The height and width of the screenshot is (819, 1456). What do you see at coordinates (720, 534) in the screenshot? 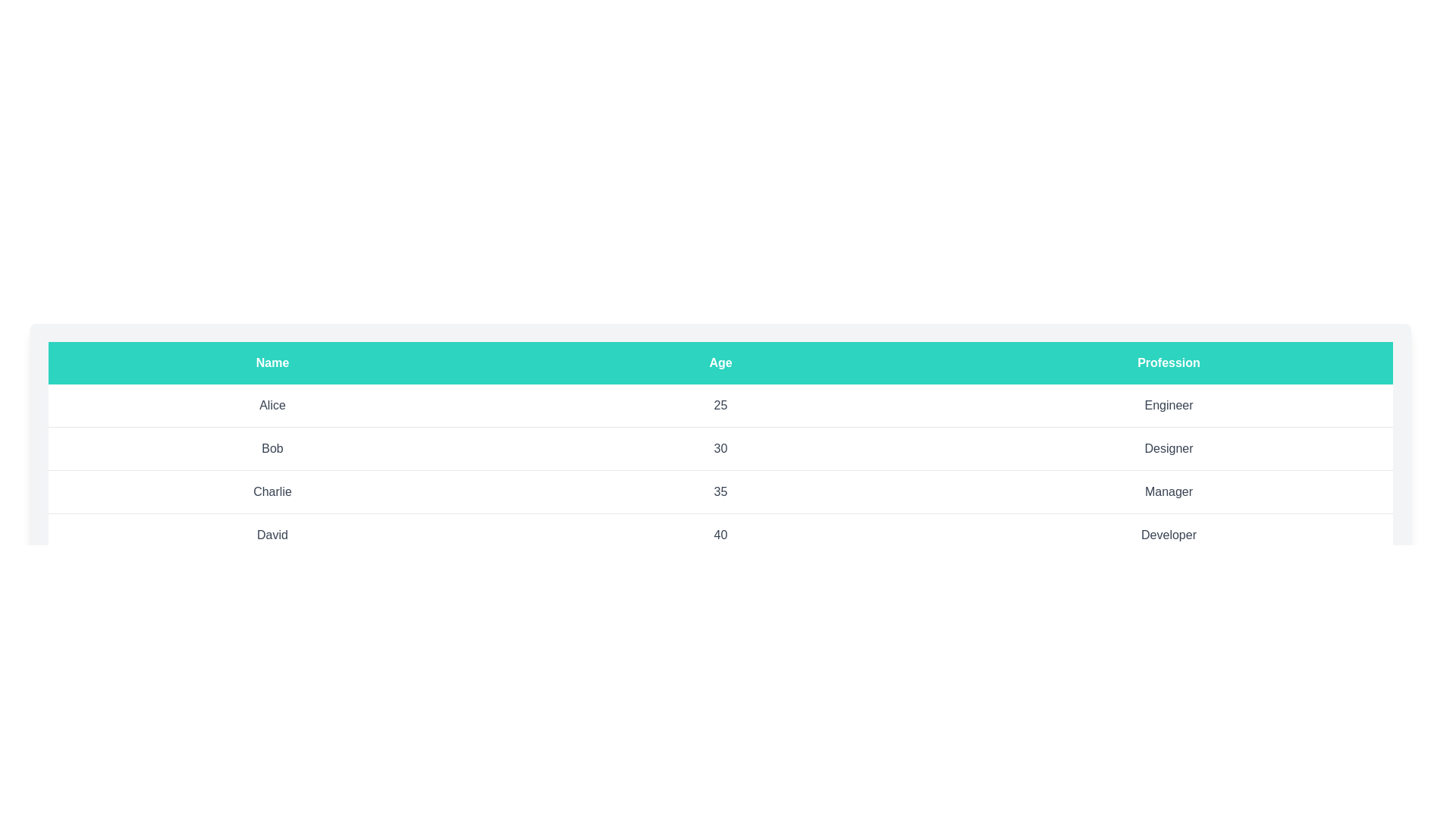
I see `text from the table cell containing '40' in the age column for the row corresponding to 'David'` at bounding box center [720, 534].